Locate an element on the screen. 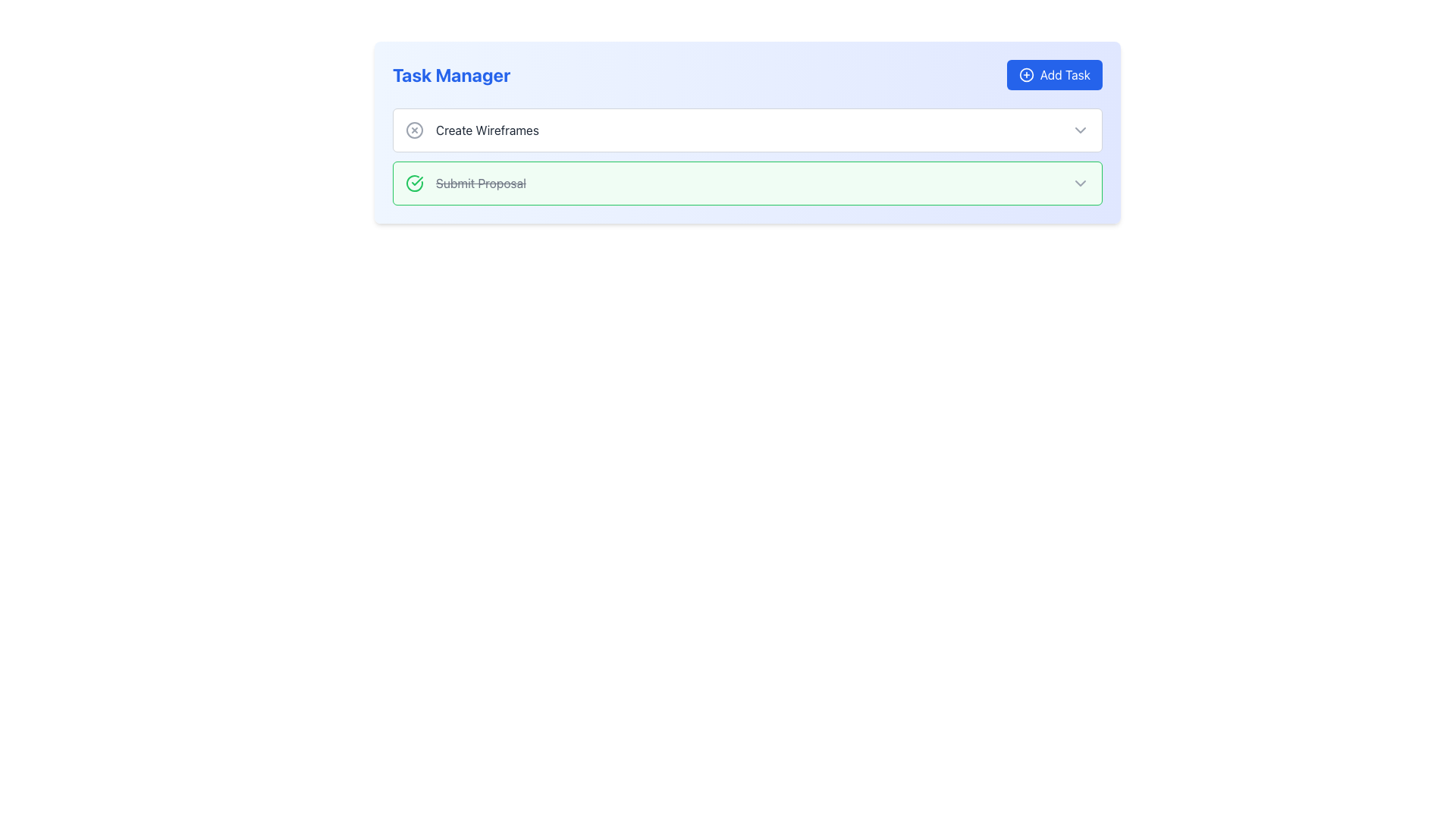  the gray circular graphic with a thin outline located inside the square icon for the 'Create Wireframes' task is located at coordinates (415, 130).